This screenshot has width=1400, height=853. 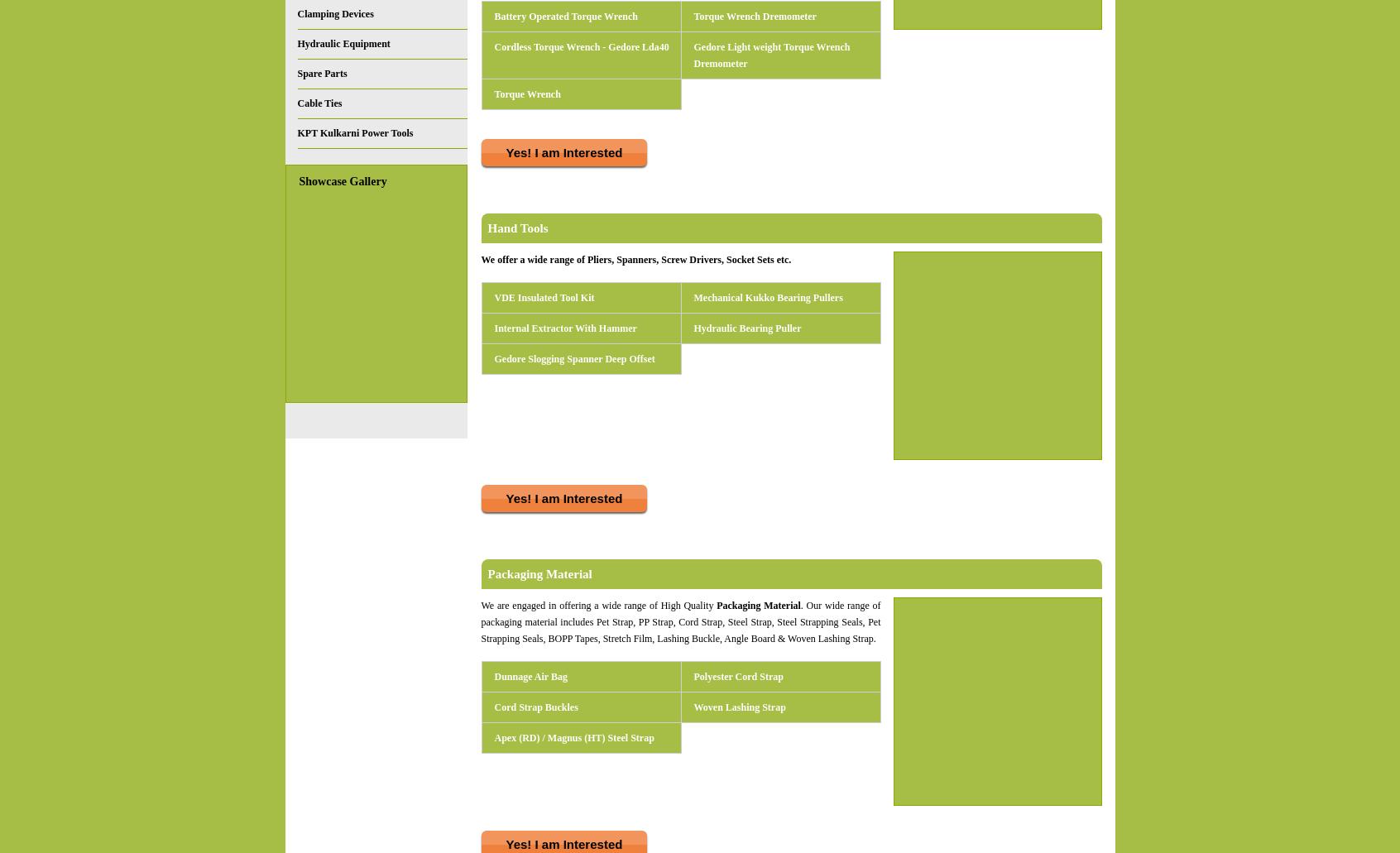 I want to click on 'Battery Operated Torque Wrench', so click(x=492, y=17).